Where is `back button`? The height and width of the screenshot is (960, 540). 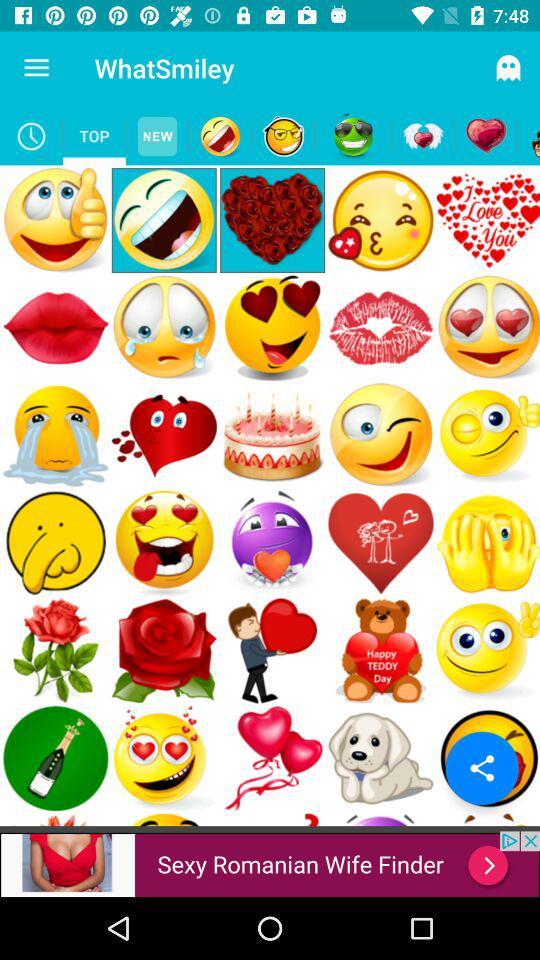
back button is located at coordinates (528, 135).